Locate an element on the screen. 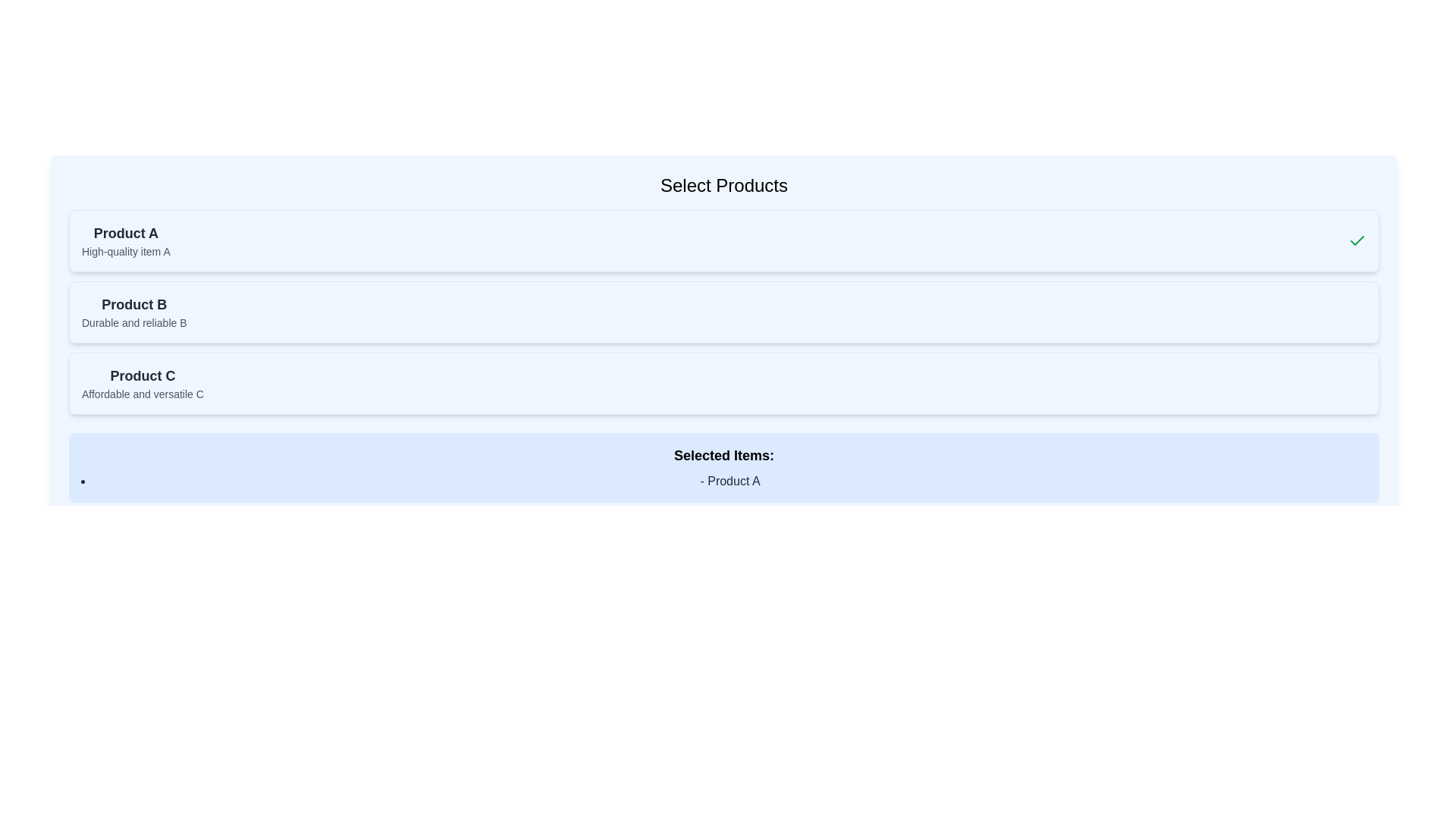 The height and width of the screenshot is (819, 1456). the descriptive text label for 'Product C' located in the lower half of the interface, specifically within the third product card is located at coordinates (143, 394).